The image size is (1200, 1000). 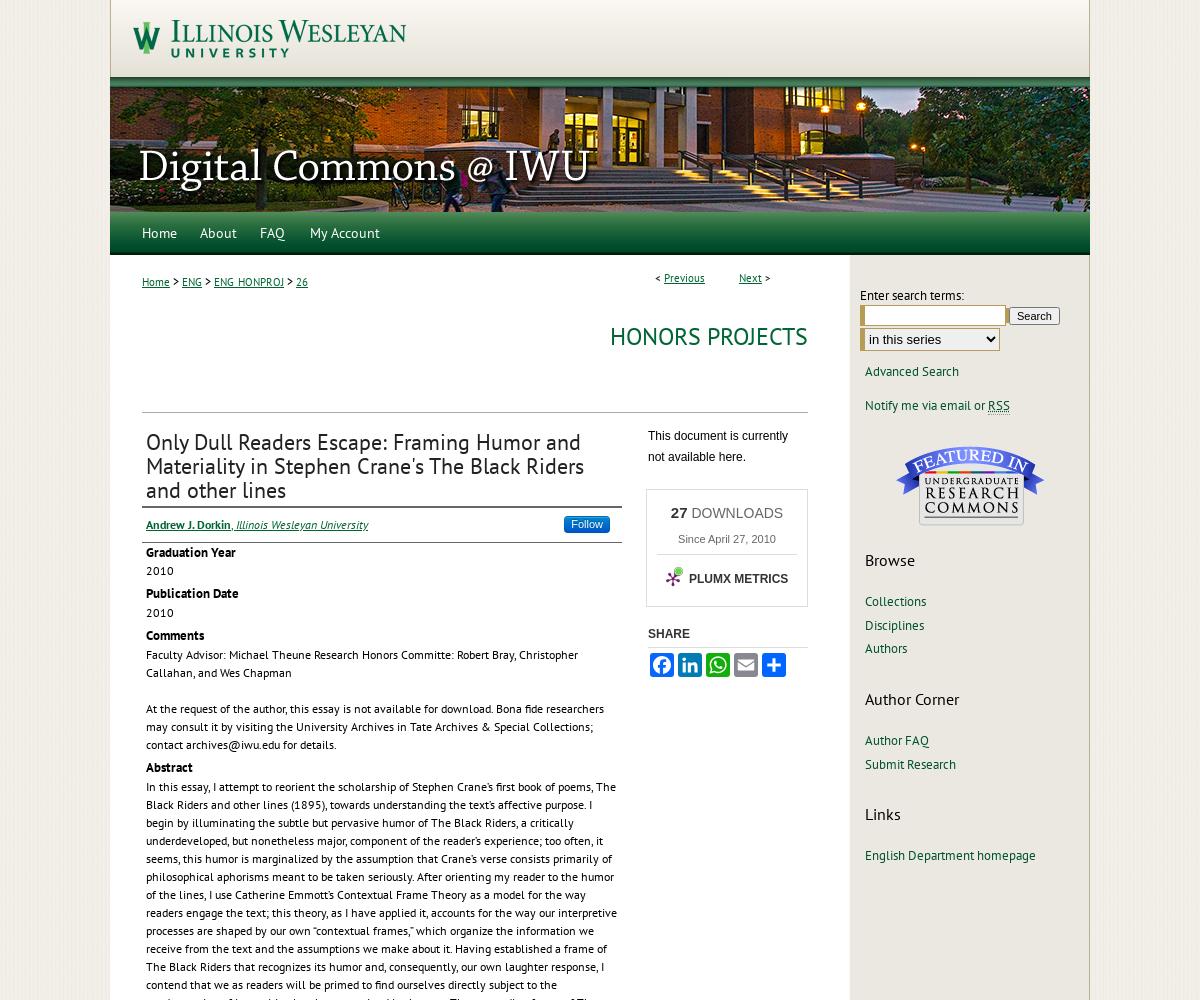 What do you see at coordinates (726, 539) in the screenshot?
I see `'Since April 27, 2010'` at bounding box center [726, 539].